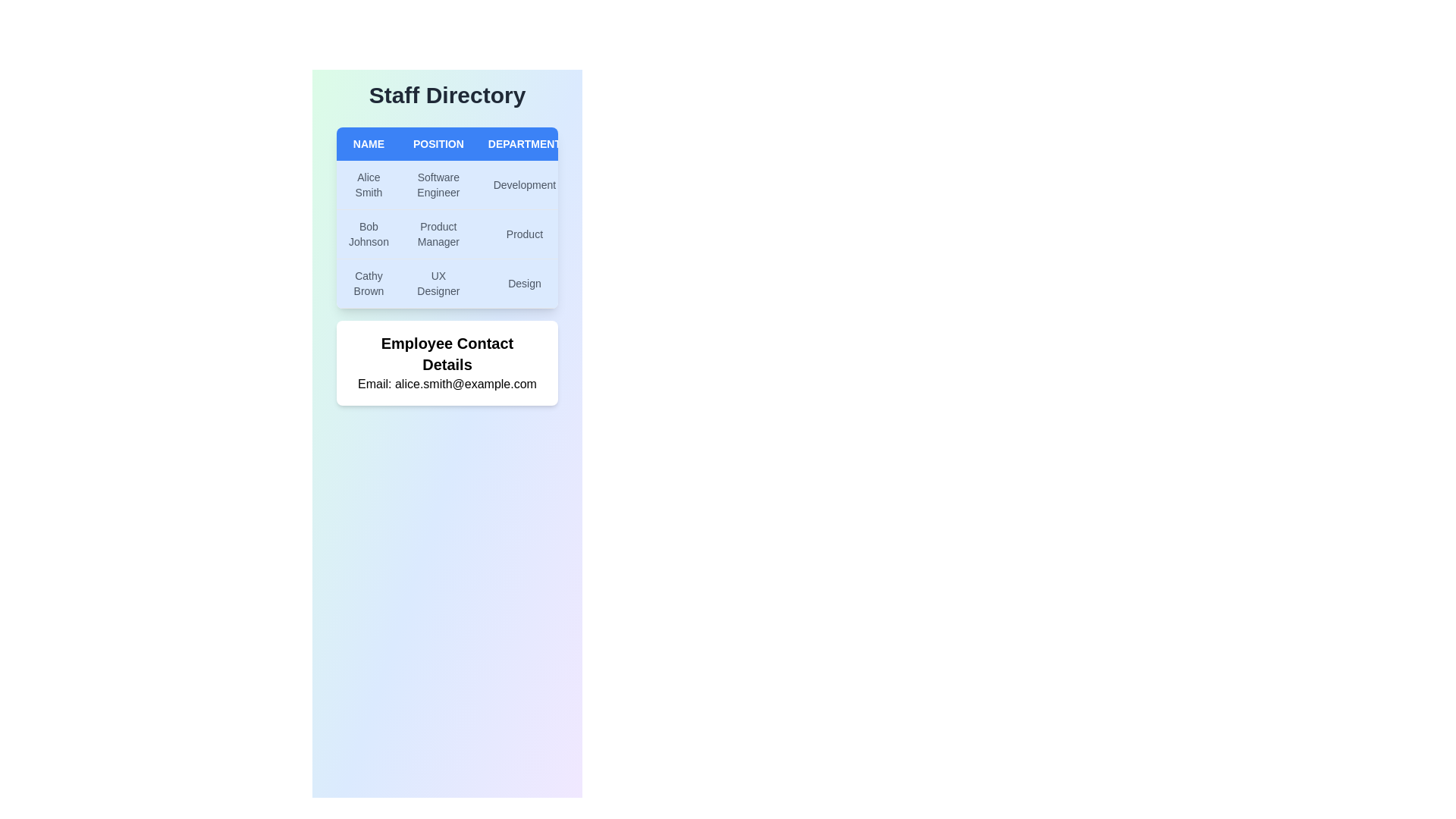  What do you see at coordinates (491, 284) in the screenshot?
I see `the third row of the table displaying user information for 'Cathy Brown', which includes her position as 'UX Designer' and department 'Design'` at bounding box center [491, 284].